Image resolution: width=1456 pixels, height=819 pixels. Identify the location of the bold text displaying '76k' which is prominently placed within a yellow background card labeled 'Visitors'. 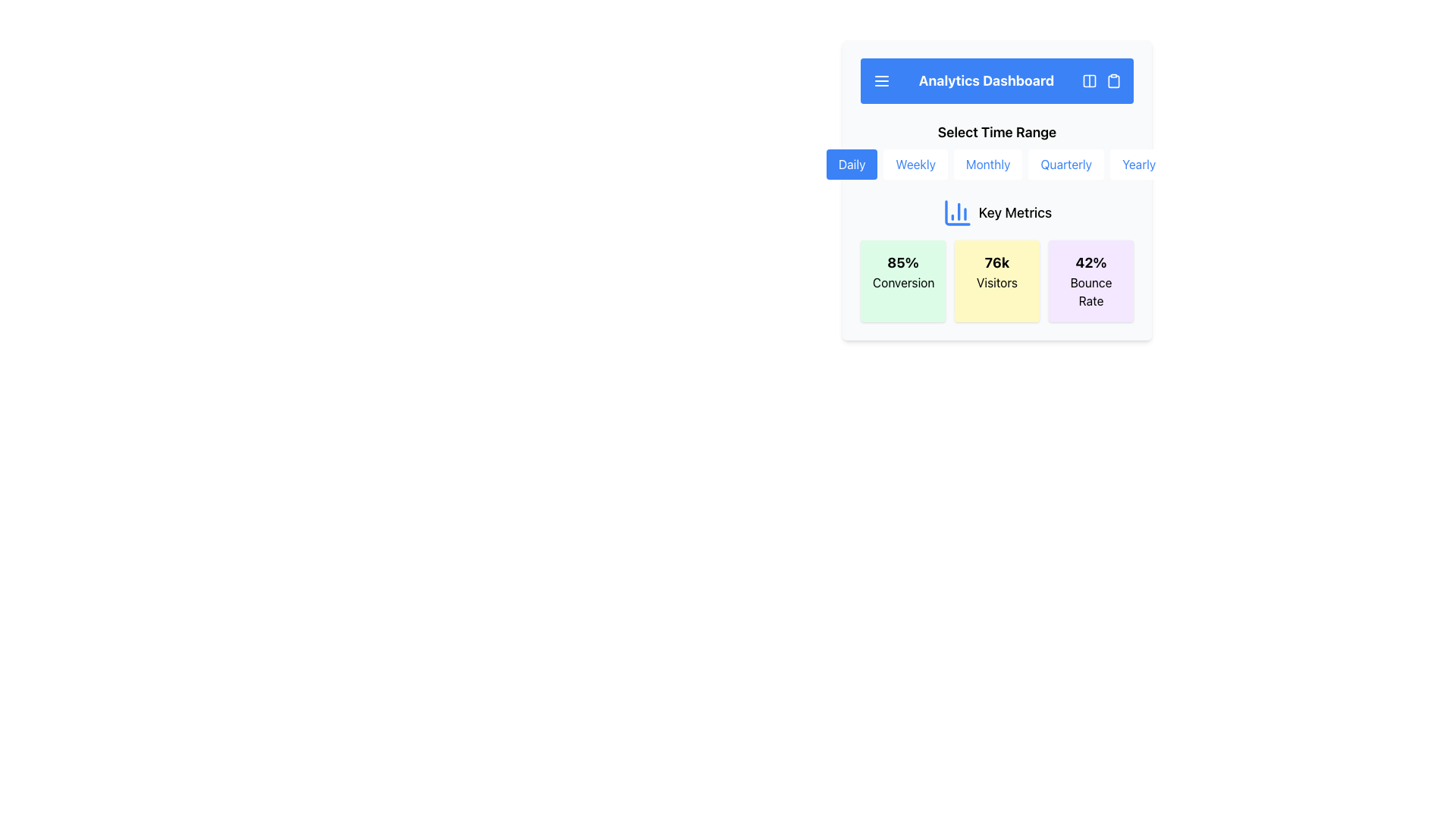
(997, 262).